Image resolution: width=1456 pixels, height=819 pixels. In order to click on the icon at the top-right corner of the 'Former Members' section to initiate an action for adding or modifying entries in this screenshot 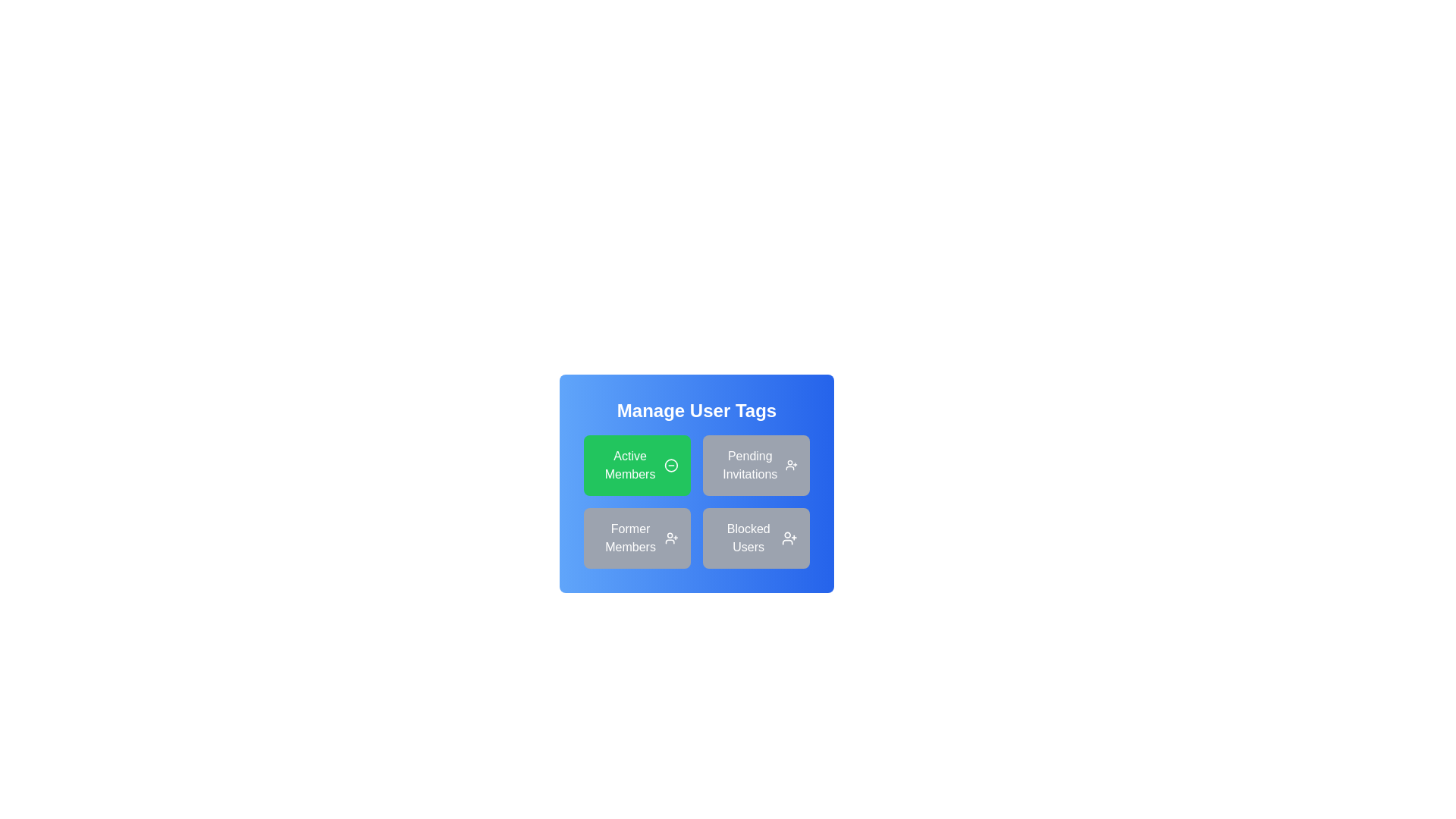, I will do `click(671, 537)`.